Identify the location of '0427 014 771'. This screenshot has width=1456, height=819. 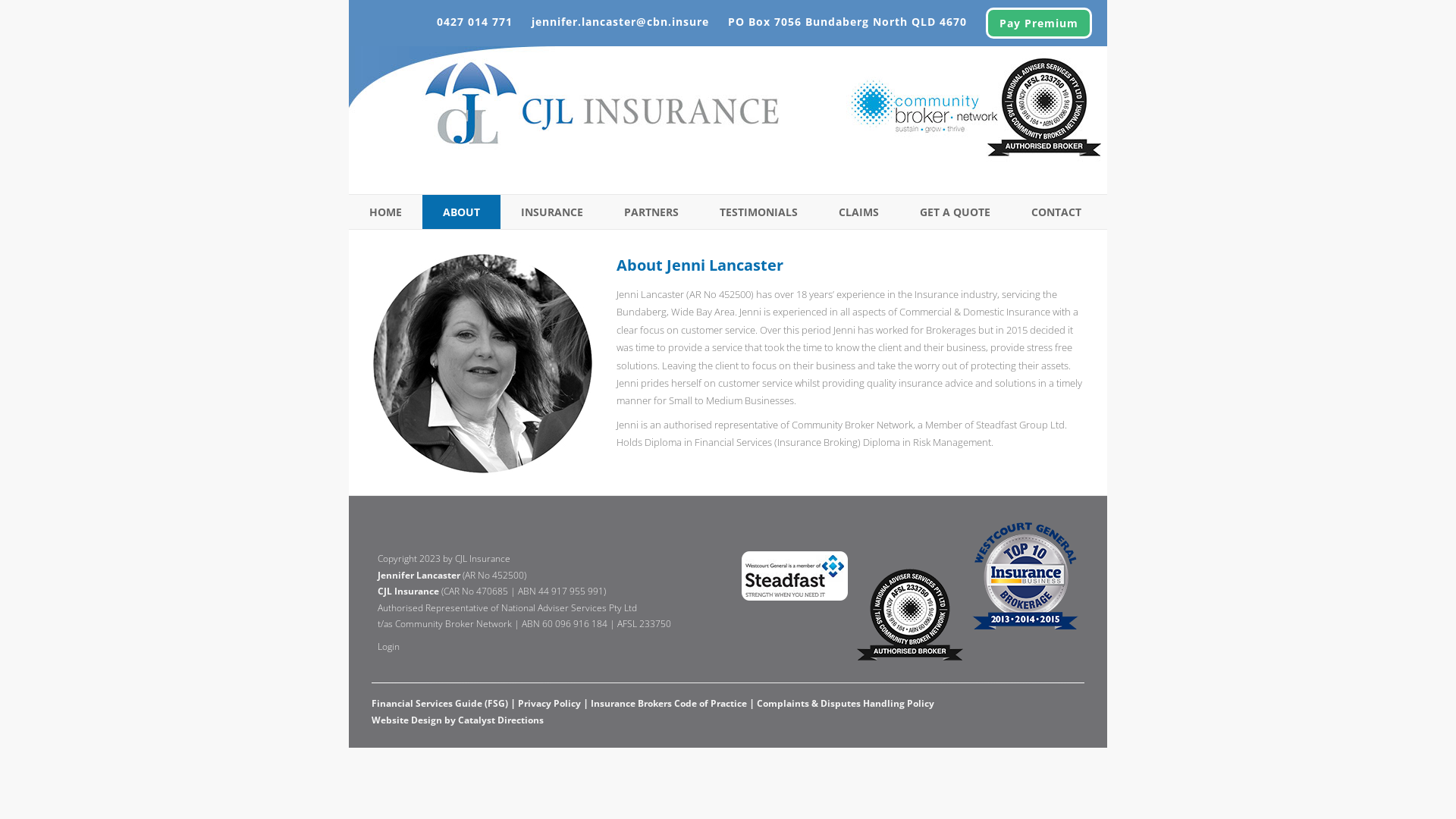
(436, 21).